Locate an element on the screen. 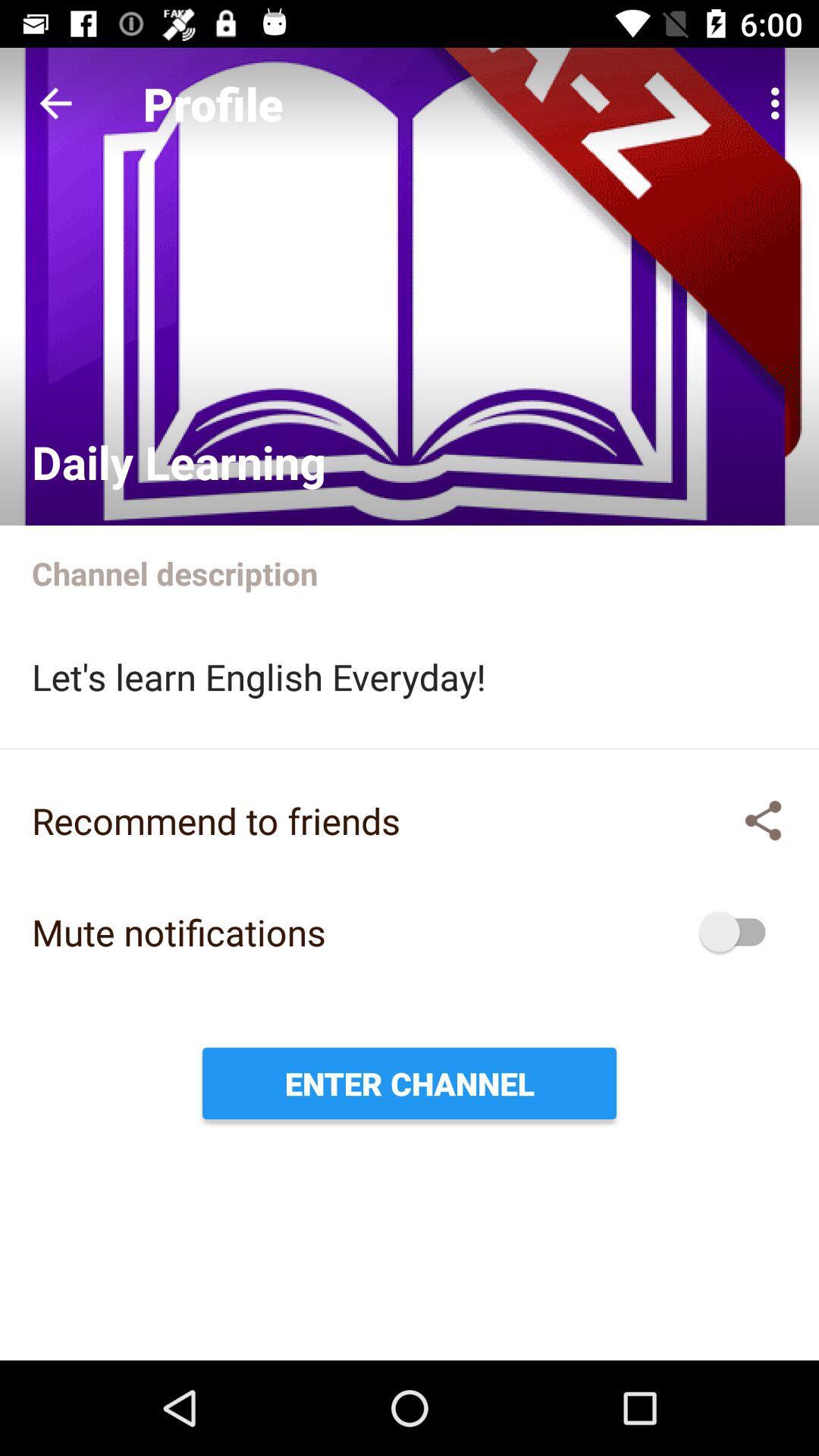 The image size is (819, 1456). the icon above the channel description item is located at coordinates (779, 102).